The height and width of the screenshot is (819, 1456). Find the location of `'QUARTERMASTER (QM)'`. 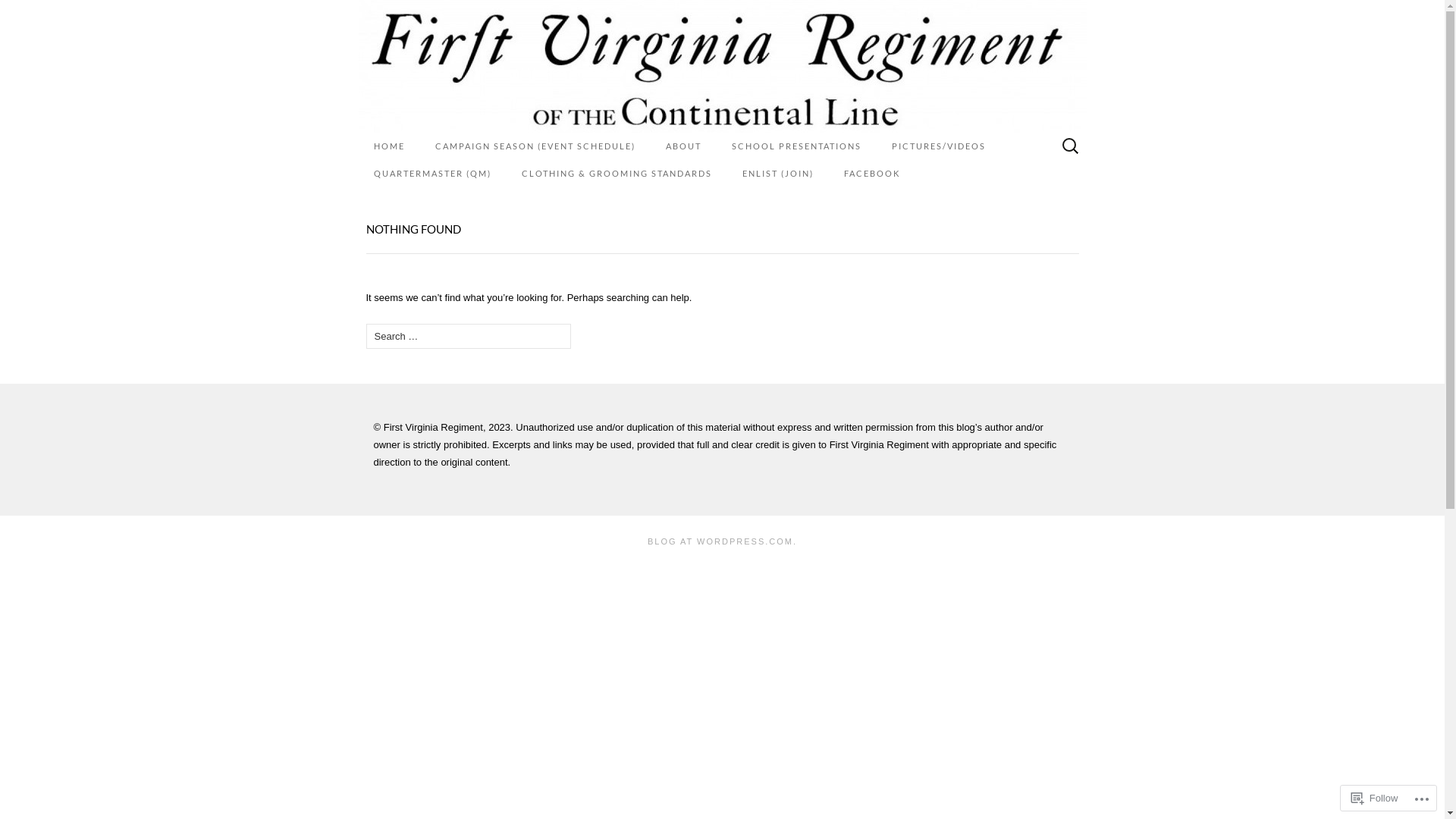

'QUARTERMASTER (QM)' is located at coordinates (431, 172).